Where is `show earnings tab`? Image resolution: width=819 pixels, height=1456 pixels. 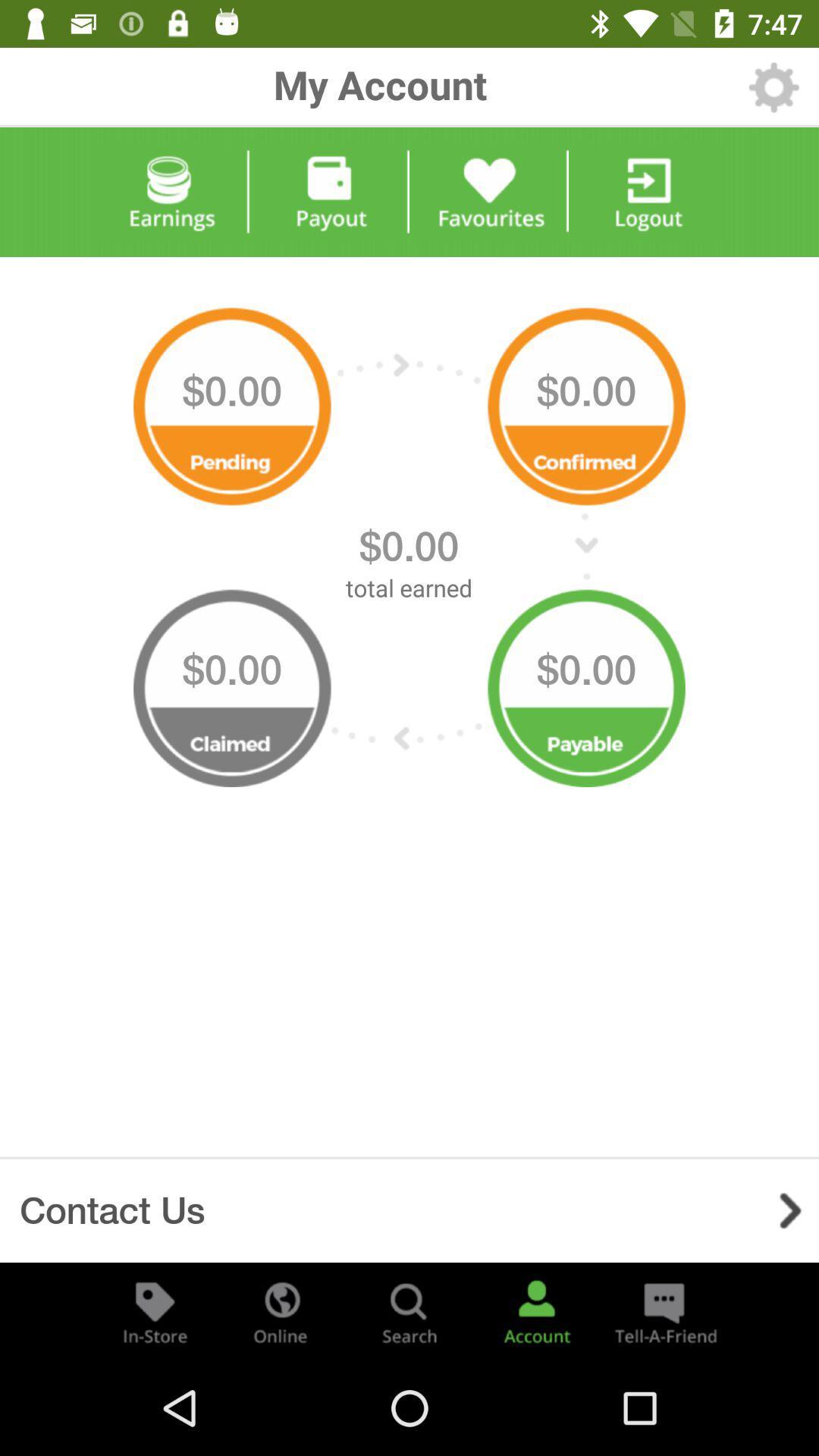
show earnings tab is located at coordinates (170, 191).